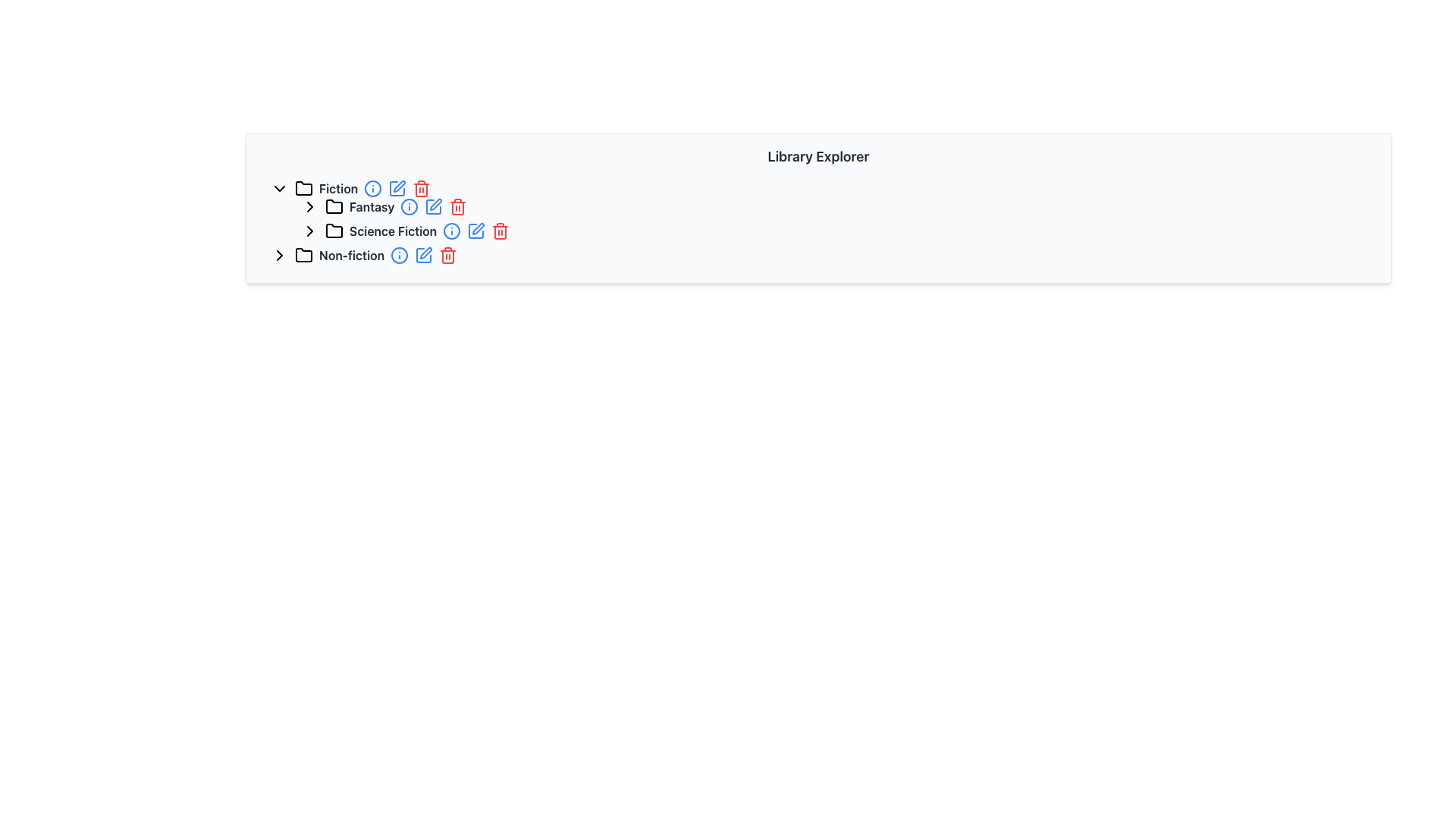  Describe the element at coordinates (309, 231) in the screenshot. I see `the Collapsible Tree View Arrow located to the left of the 'Science Fiction' text to provide visual feedback` at that location.